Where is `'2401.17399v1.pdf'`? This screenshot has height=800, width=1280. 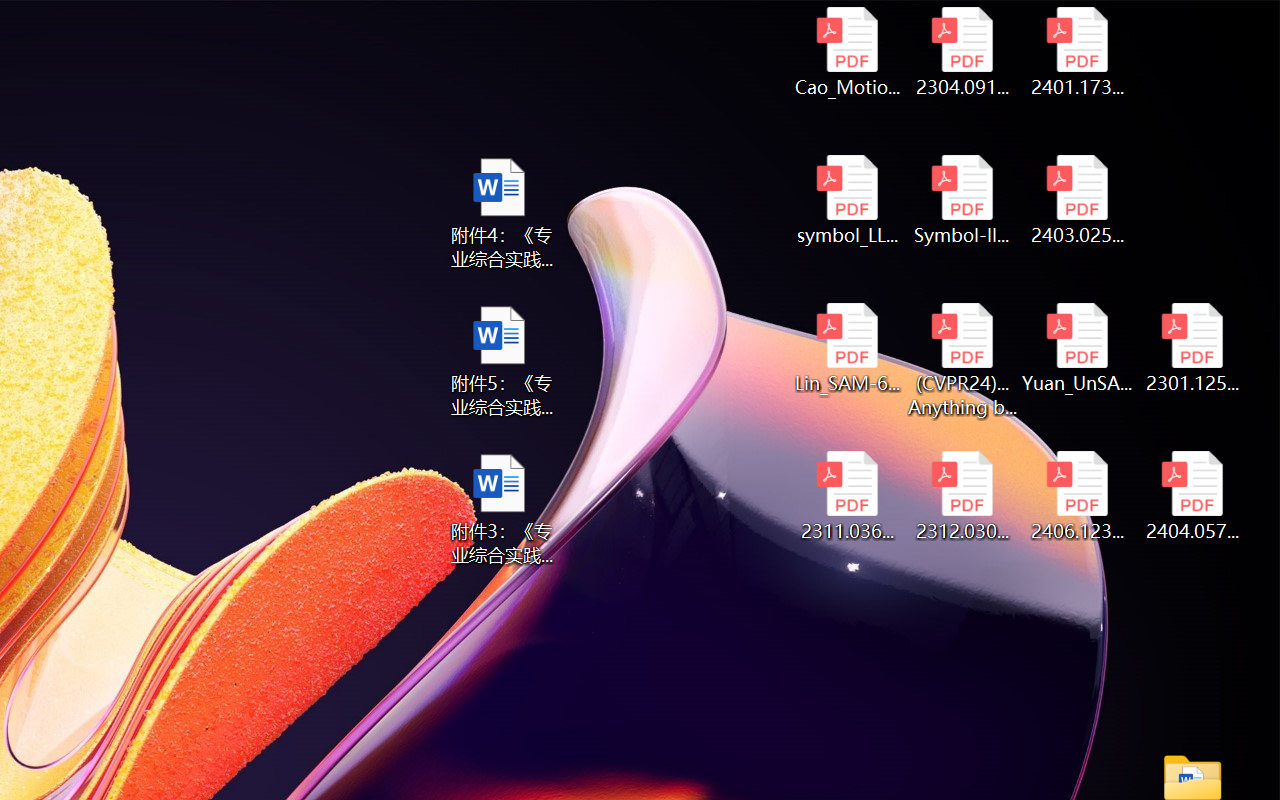 '2401.17399v1.pdf' is located at coordinates (1076, 51).